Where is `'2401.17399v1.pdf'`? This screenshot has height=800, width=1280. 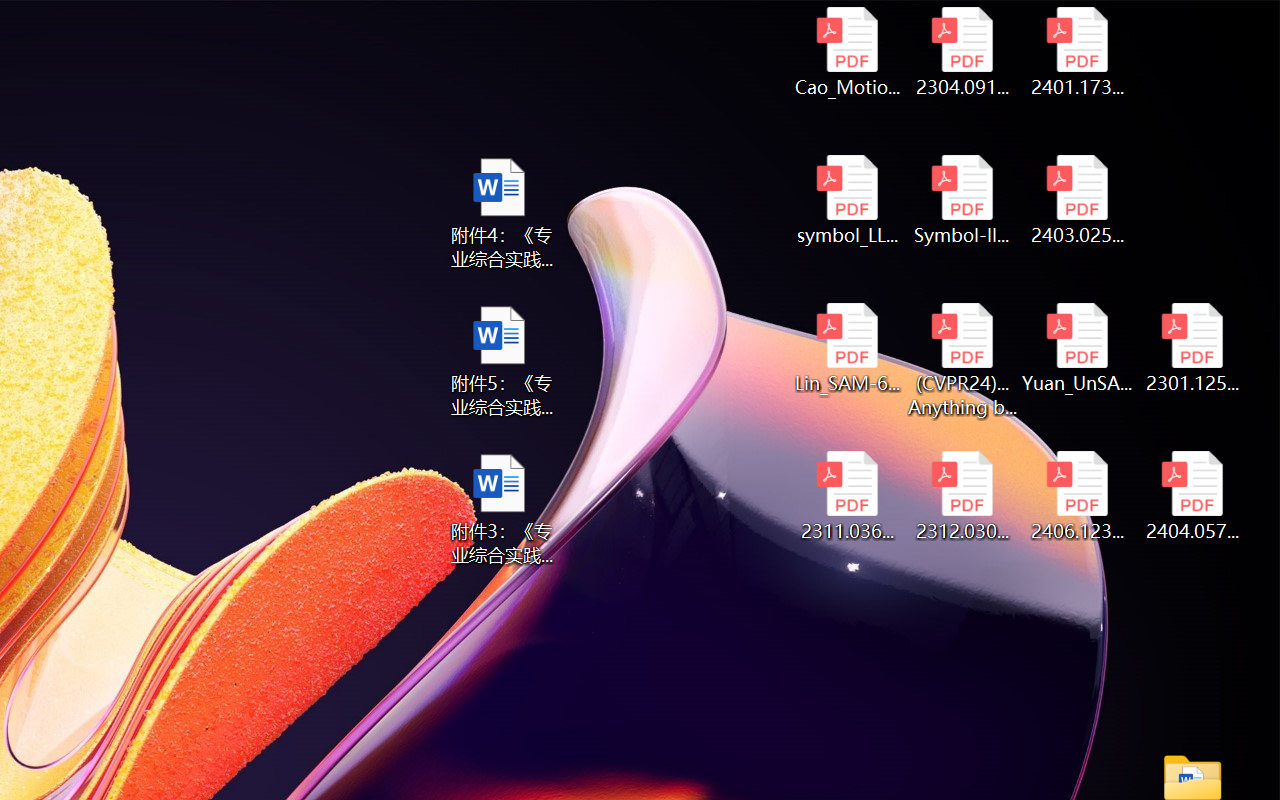 '2401.17399v1.pdf' is located at coordinates (1076, 51).